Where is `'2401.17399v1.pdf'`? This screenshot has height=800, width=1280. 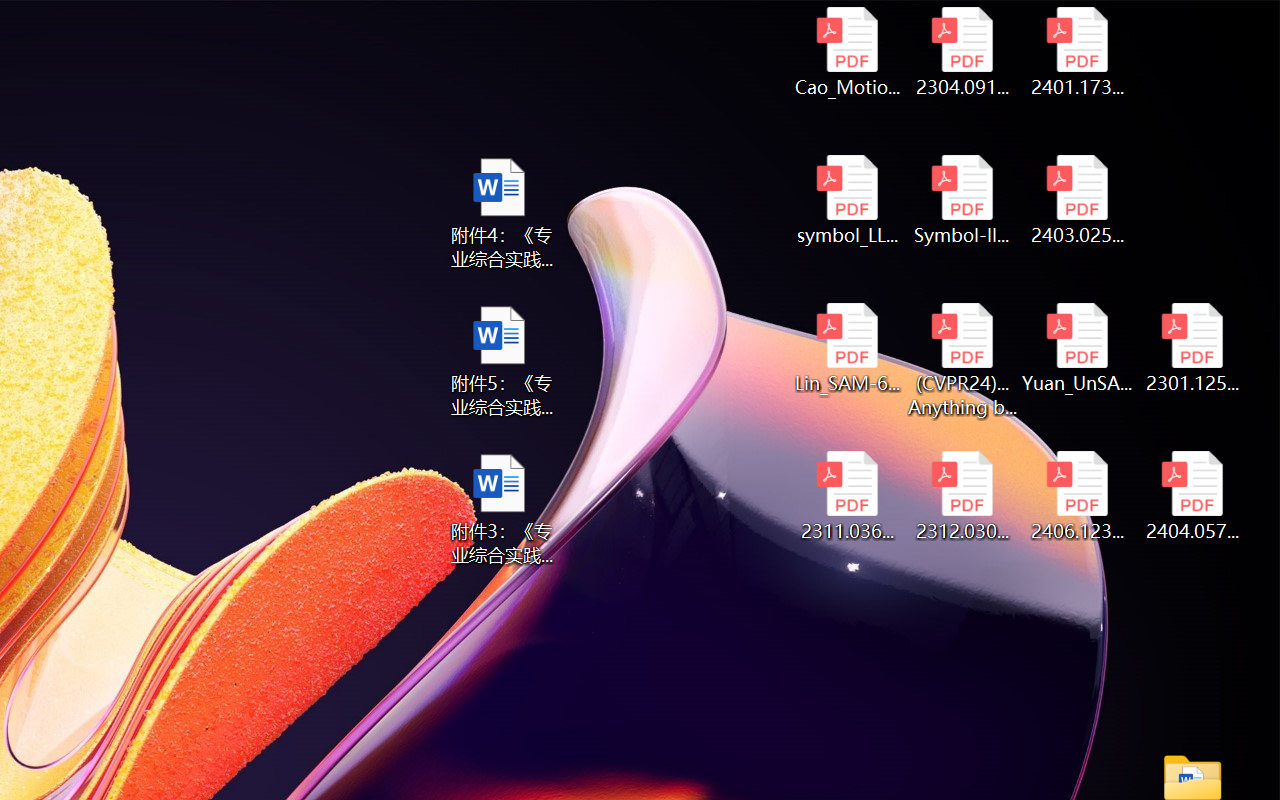 '2401.17399v1.pdf' is located at coordinates (1076, 51).